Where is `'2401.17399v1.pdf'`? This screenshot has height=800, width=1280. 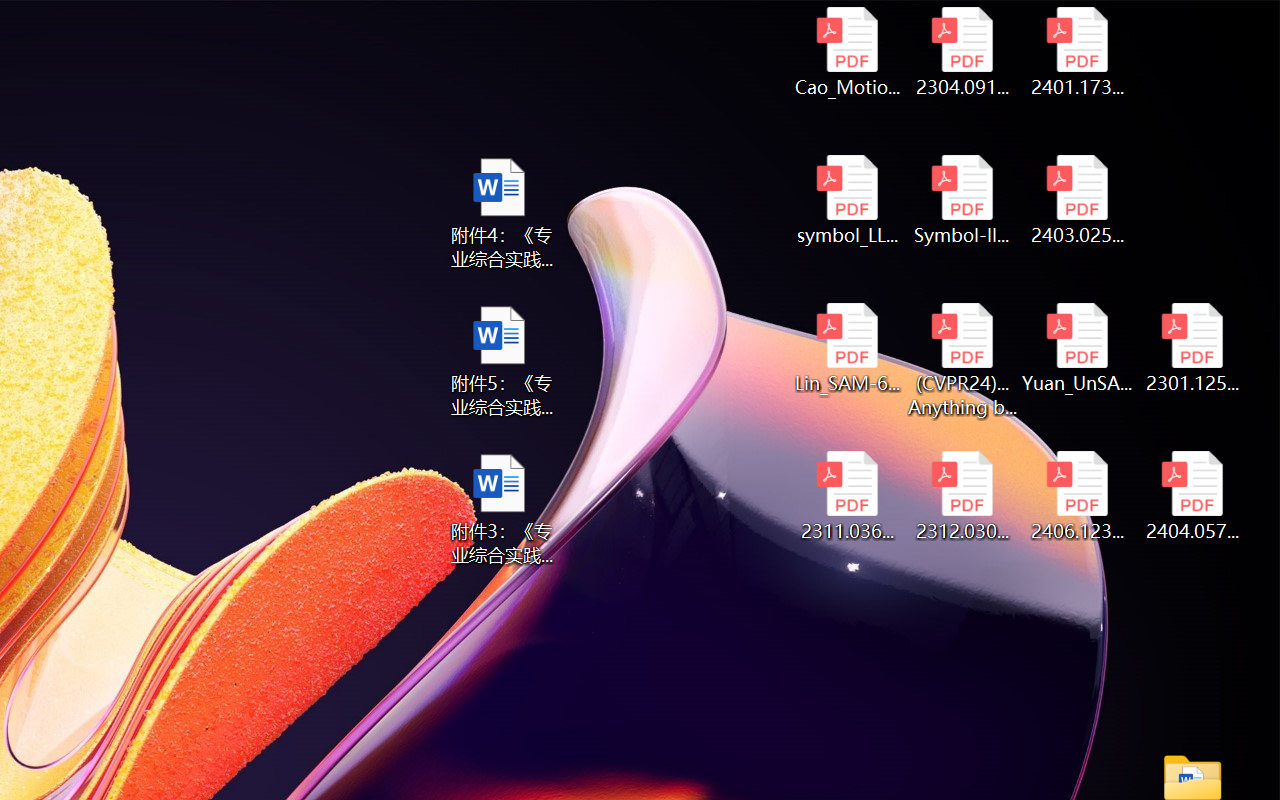 '2401.17399v1.pdf' is located at coordinates (1076, 51).